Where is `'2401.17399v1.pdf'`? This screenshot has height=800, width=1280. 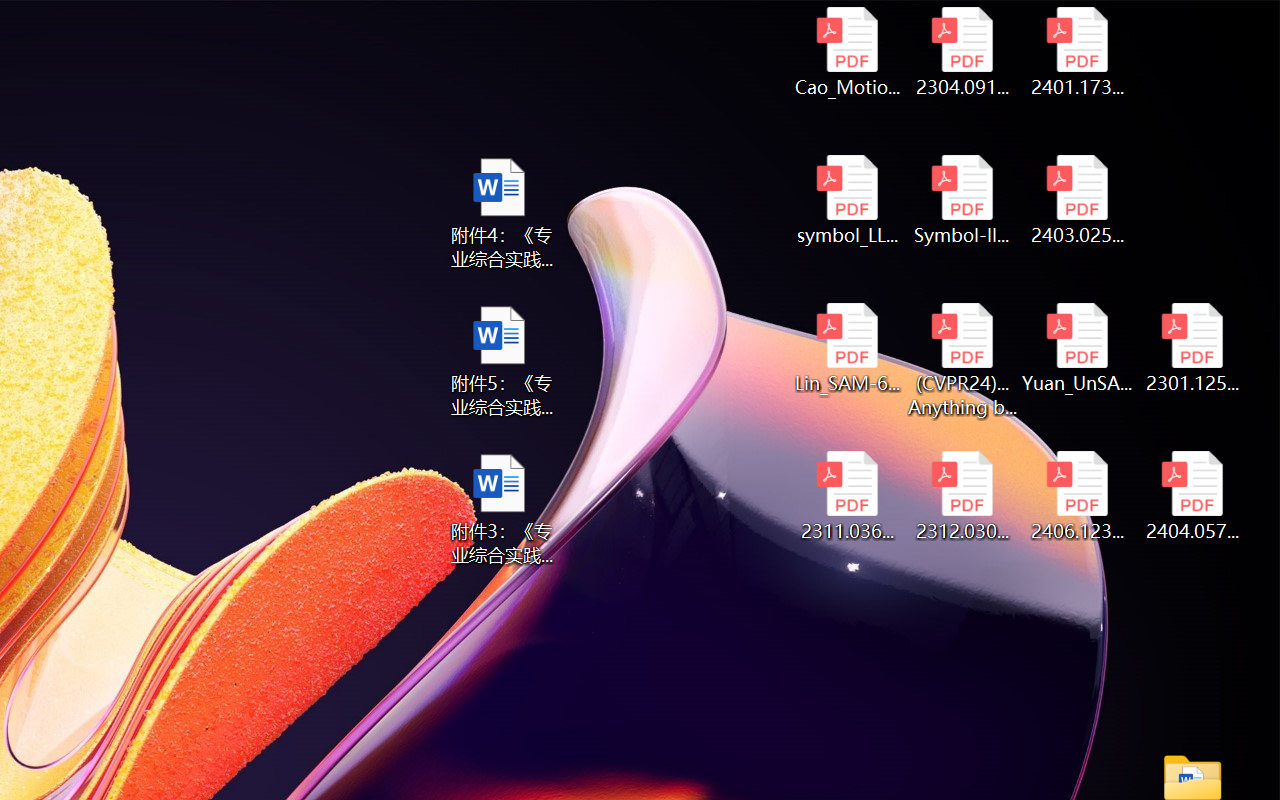 '2401.17399v1.pdf' is located at coordinates (1076, 51).